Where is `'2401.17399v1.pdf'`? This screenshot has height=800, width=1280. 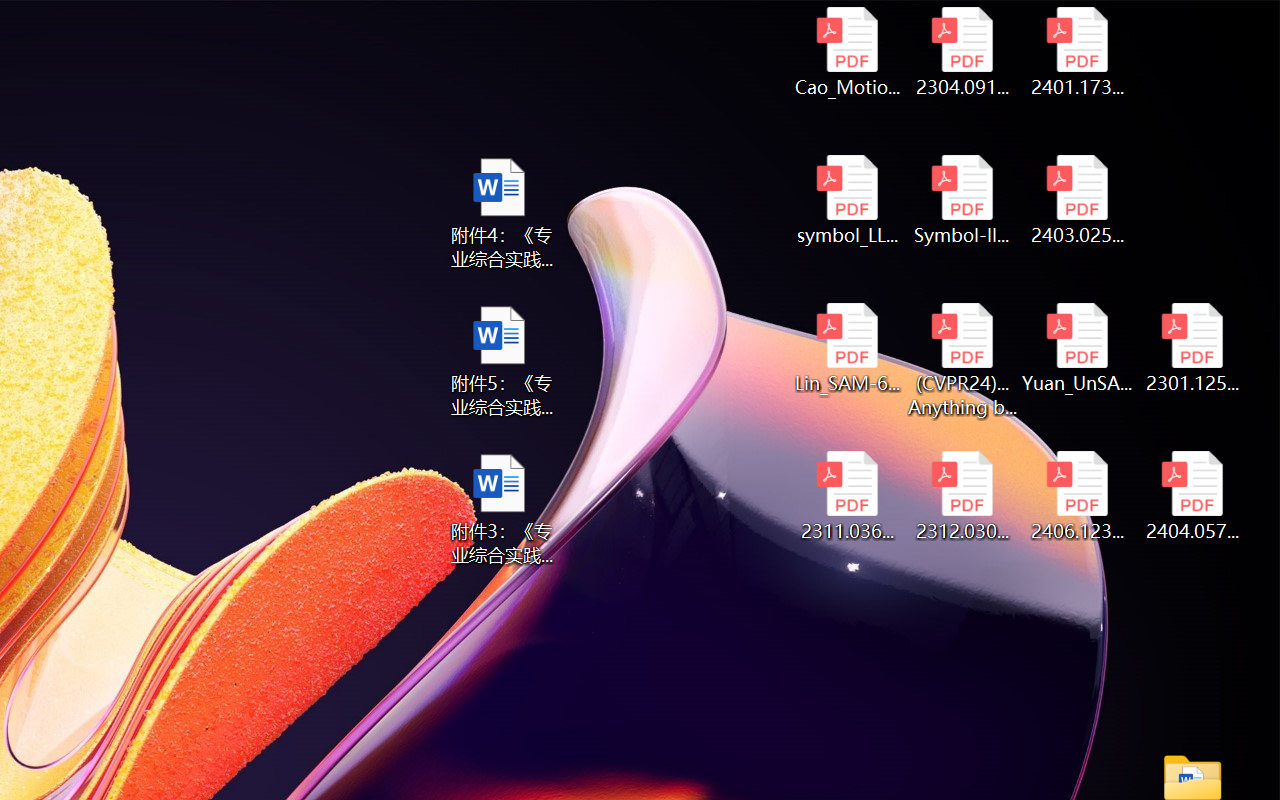 '2401.17399v1.pdf' is located at coordinates (1076, 51).